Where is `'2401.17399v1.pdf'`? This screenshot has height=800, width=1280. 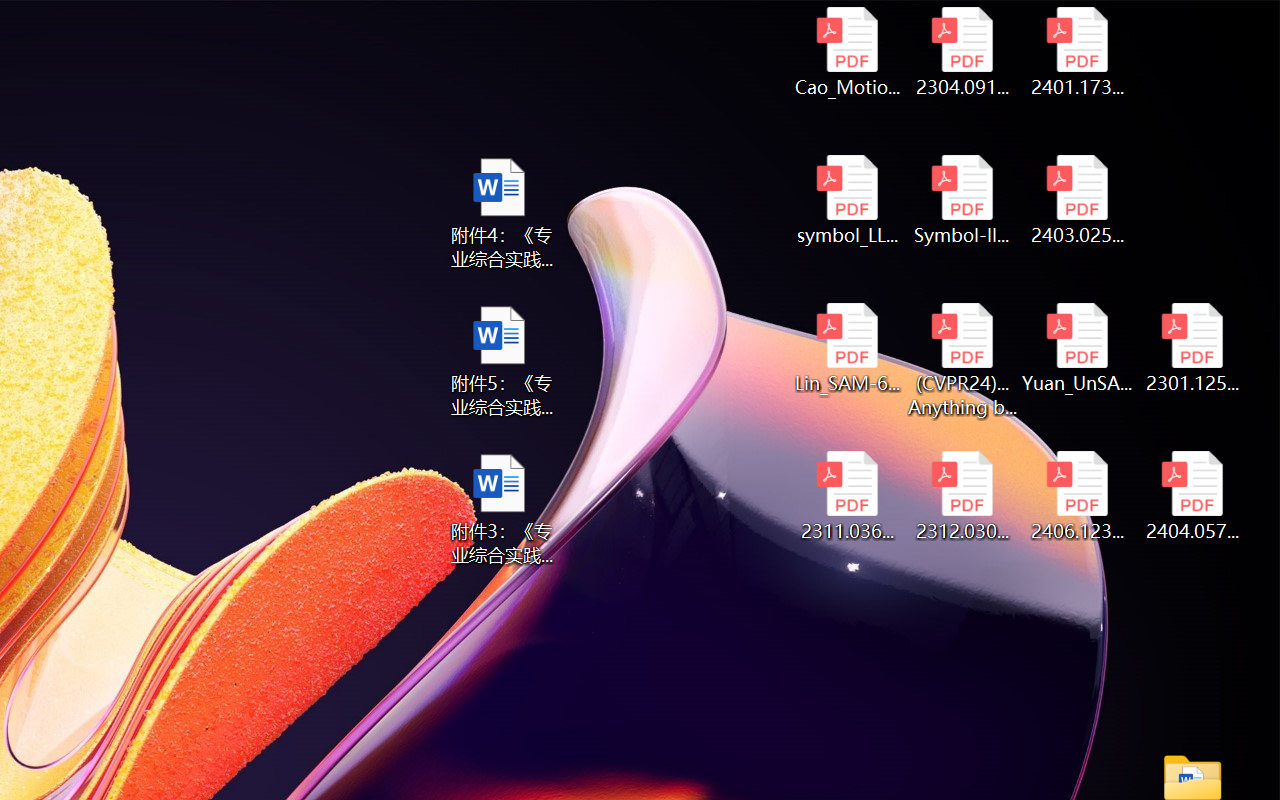 '2401.17399v1.pdf' is located at coordinates (1076, 51).